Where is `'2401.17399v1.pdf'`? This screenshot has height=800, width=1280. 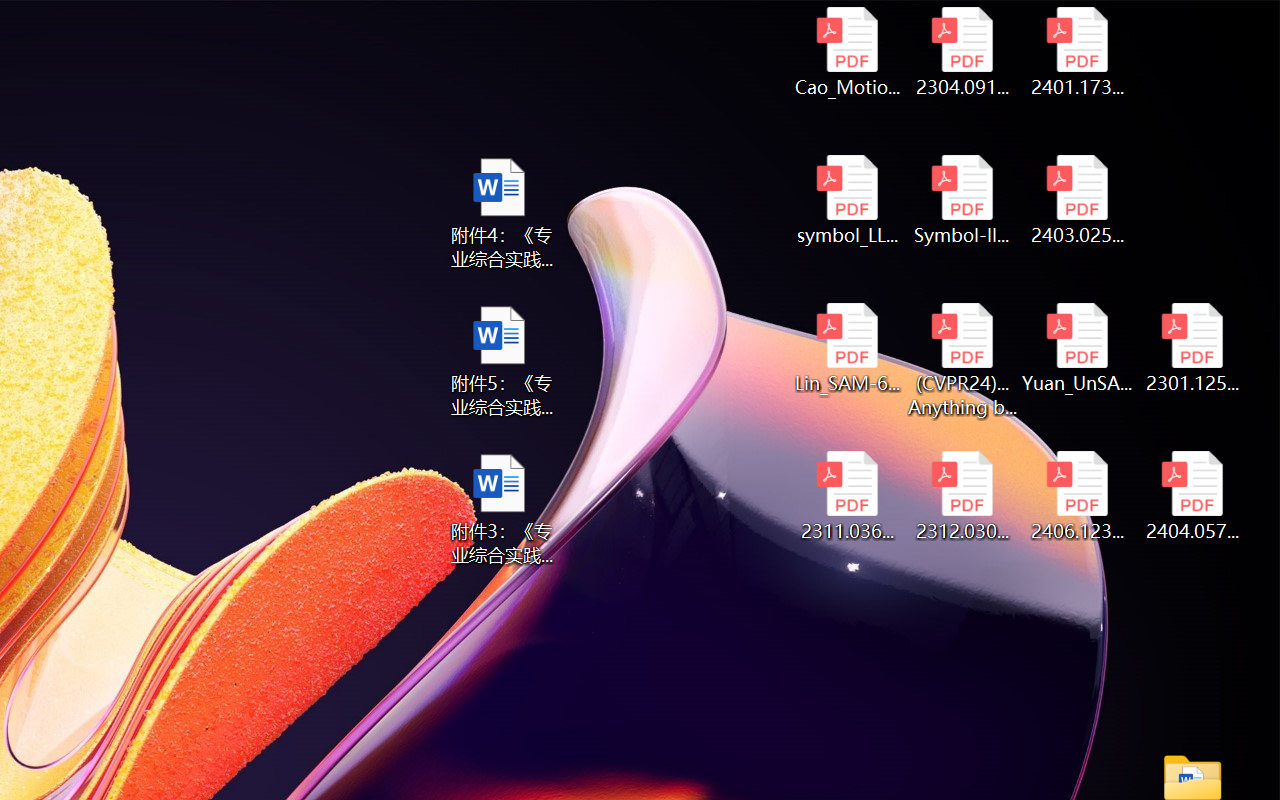 '2401.17399v1.pdf' is located at coordinates (1076, 51).